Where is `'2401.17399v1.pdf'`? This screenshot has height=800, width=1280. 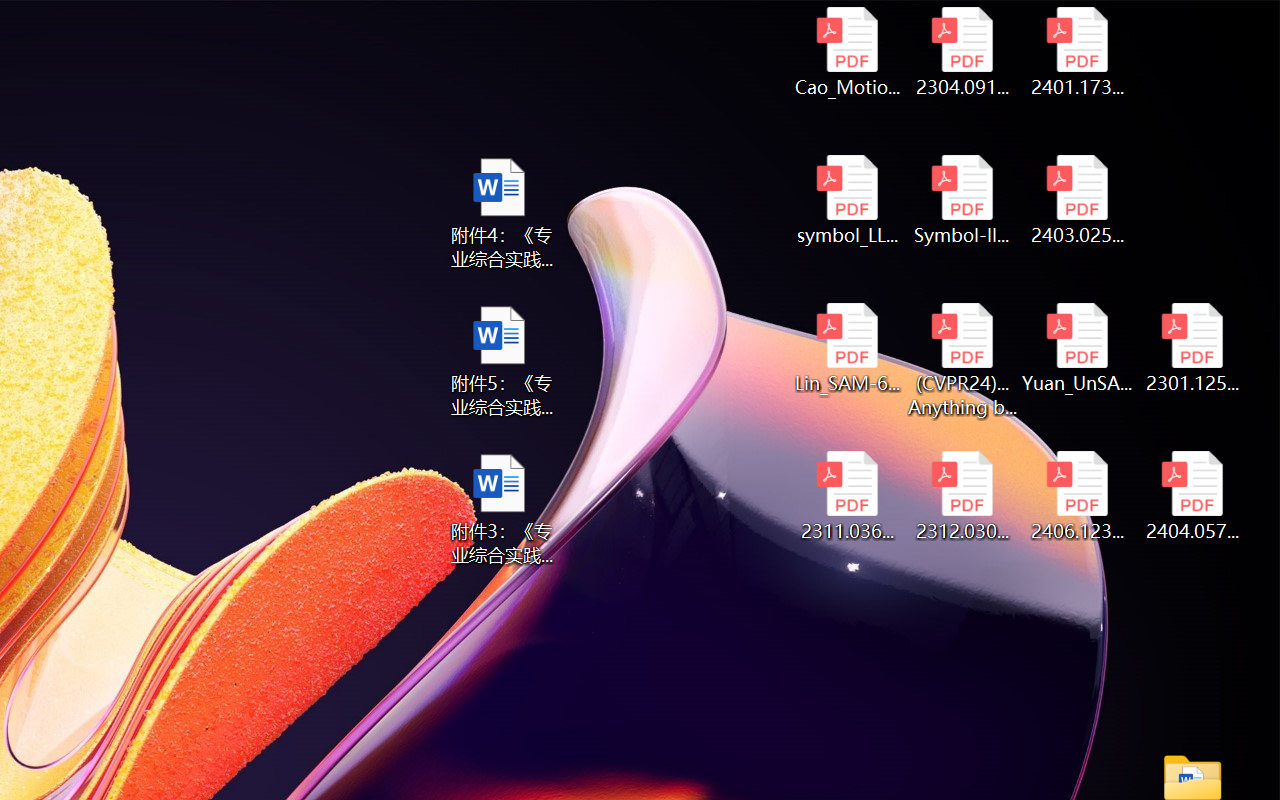 '2401.17399v1.pdf' is located at coordinates (1076, 51).